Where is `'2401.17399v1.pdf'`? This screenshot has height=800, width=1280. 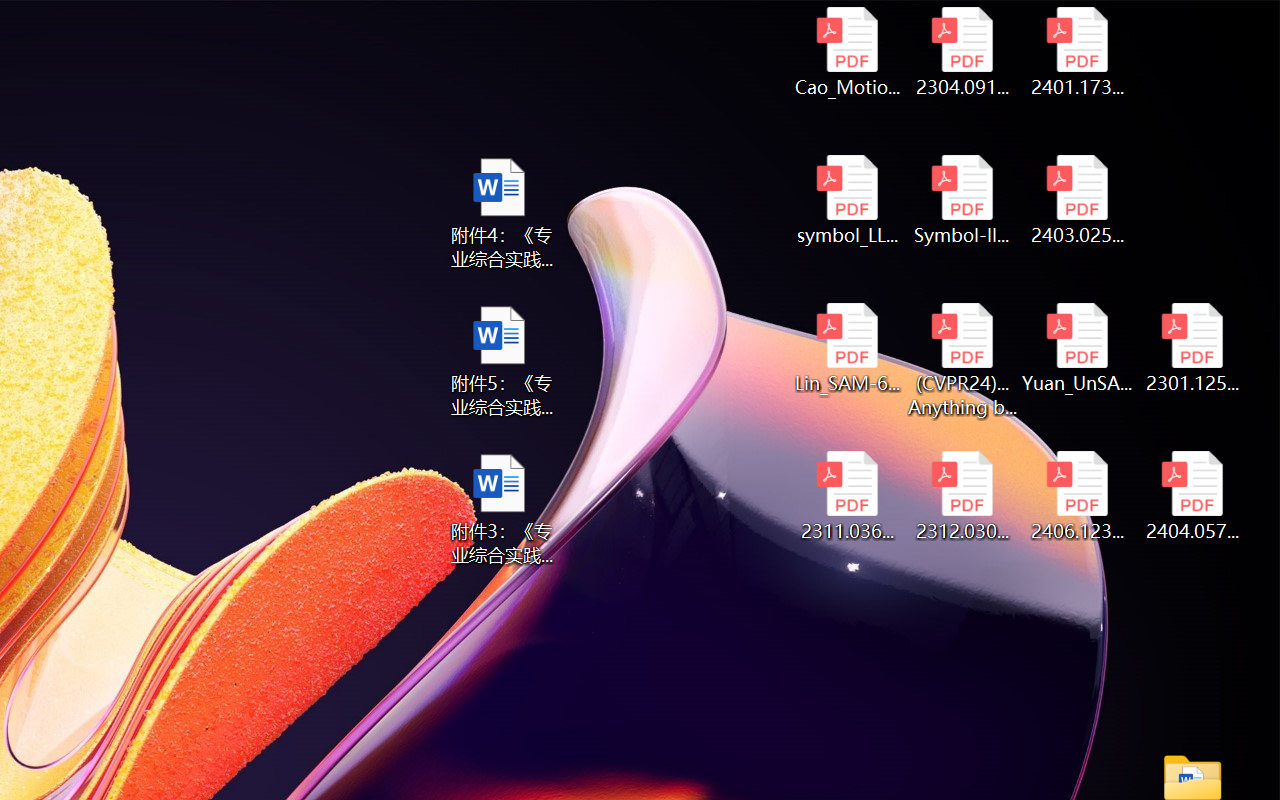 '2401.17399v1.pdf' is located at coordinates (1076, 51).